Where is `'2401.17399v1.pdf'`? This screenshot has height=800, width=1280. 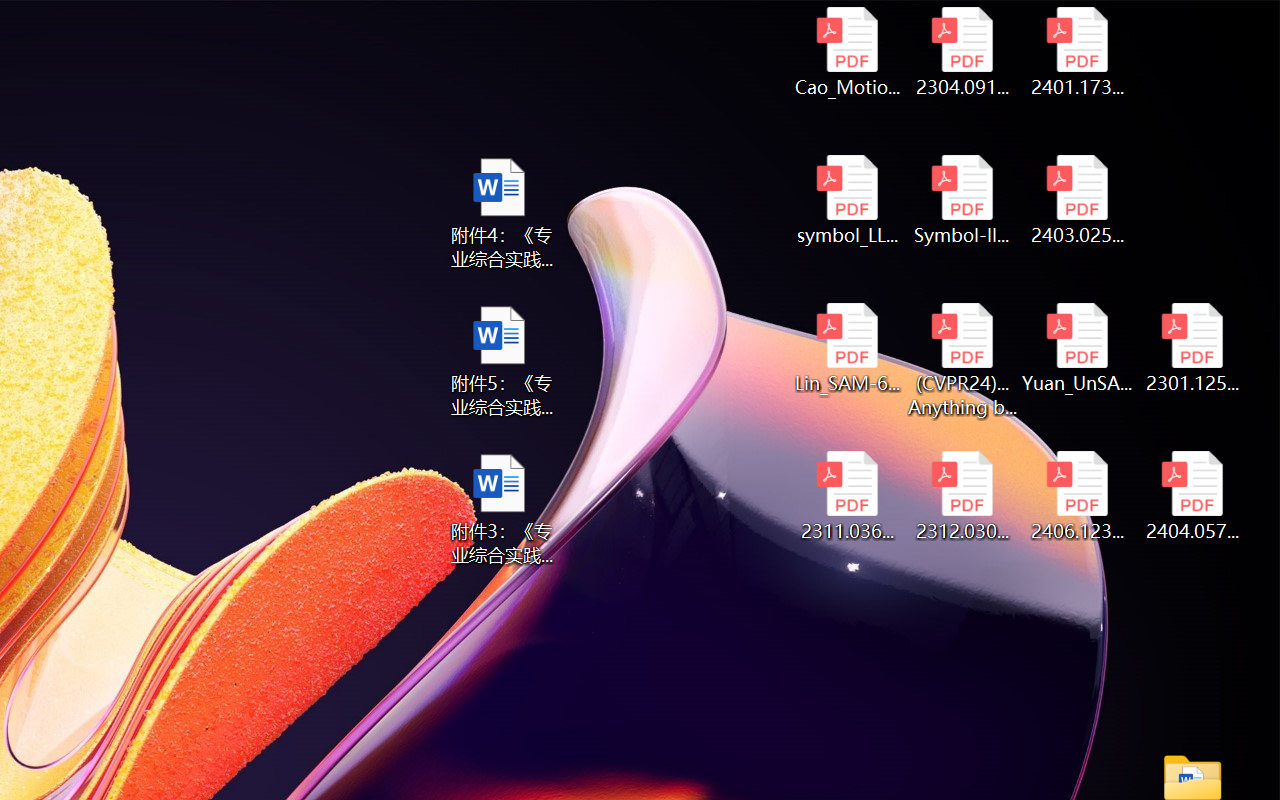 '2401.17399v1.pdf' is located at coordinates (1076, 51).